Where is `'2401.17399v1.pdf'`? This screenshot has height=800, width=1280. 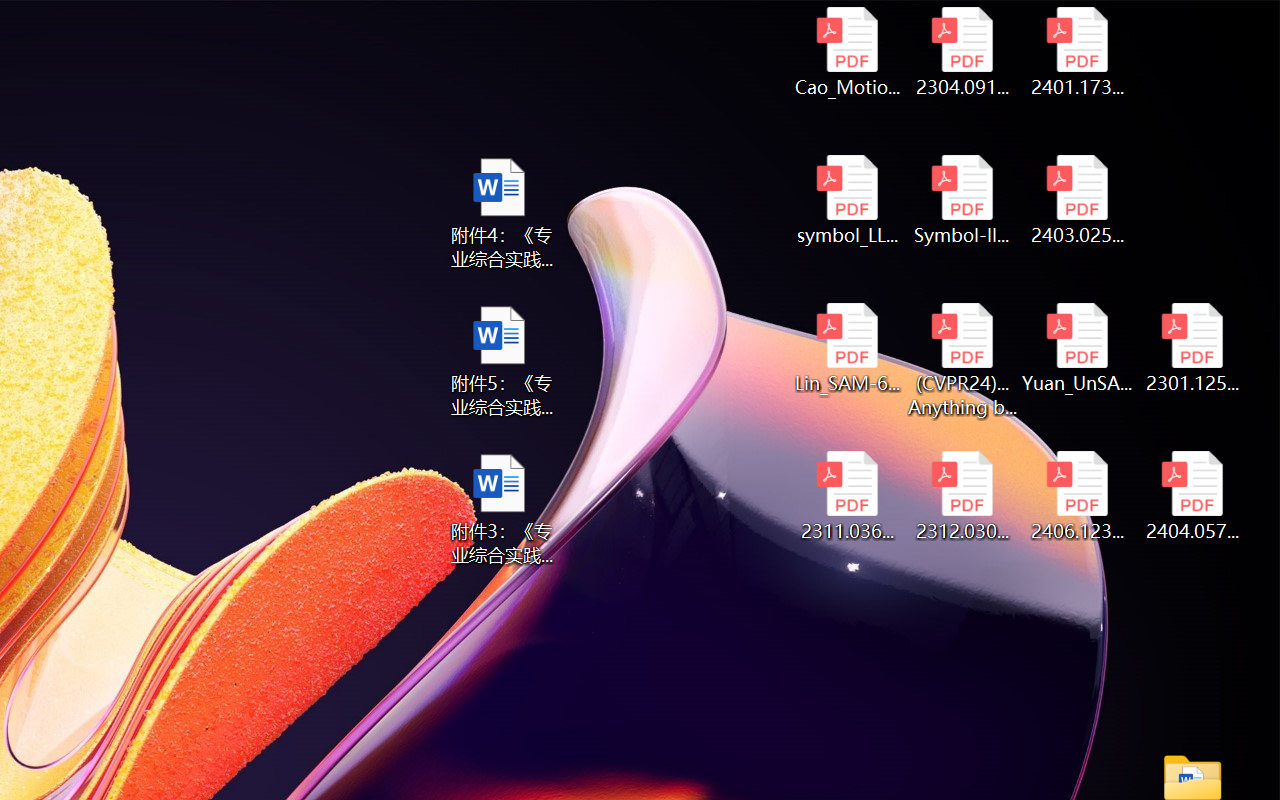 '2401.17399v1.pdf' is located at coordinates (1076, 51).